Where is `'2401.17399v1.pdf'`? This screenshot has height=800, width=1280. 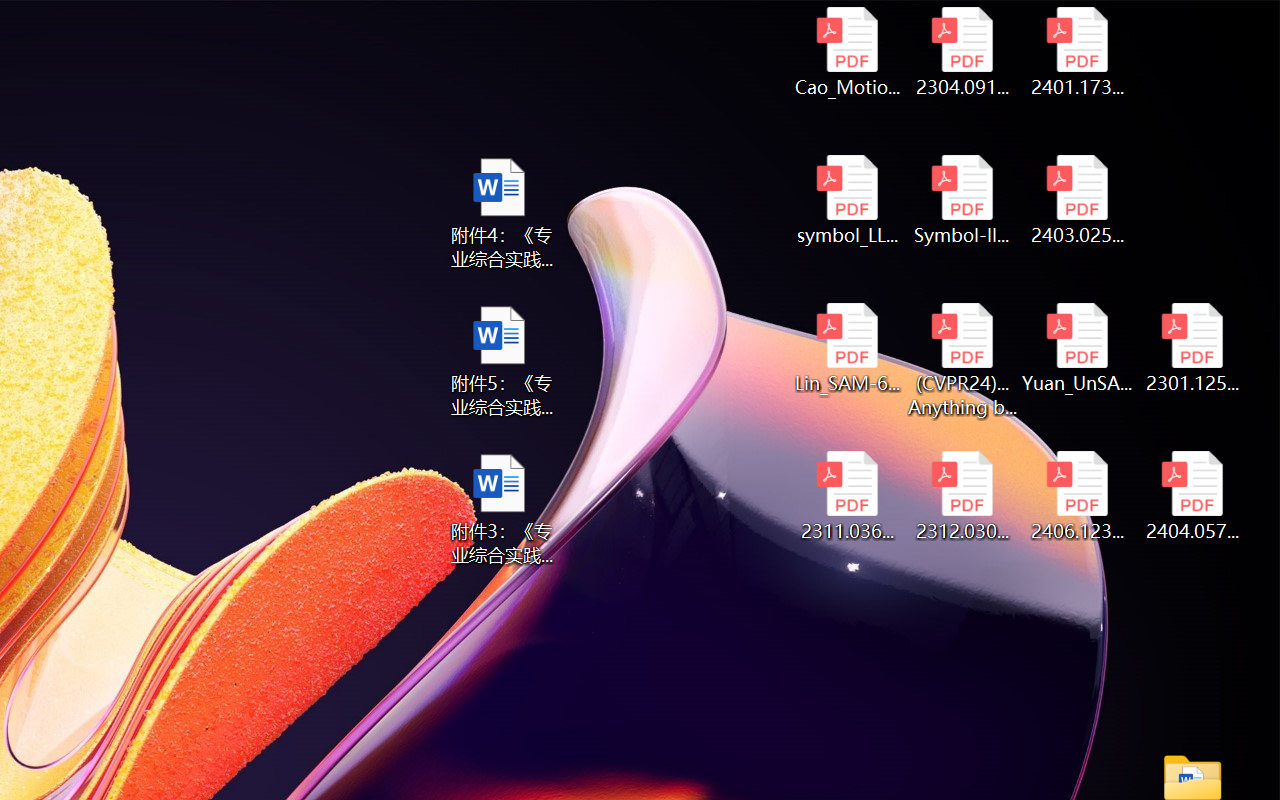 '2401.17399v1.pdf' is located at coordinates (1076, 51).